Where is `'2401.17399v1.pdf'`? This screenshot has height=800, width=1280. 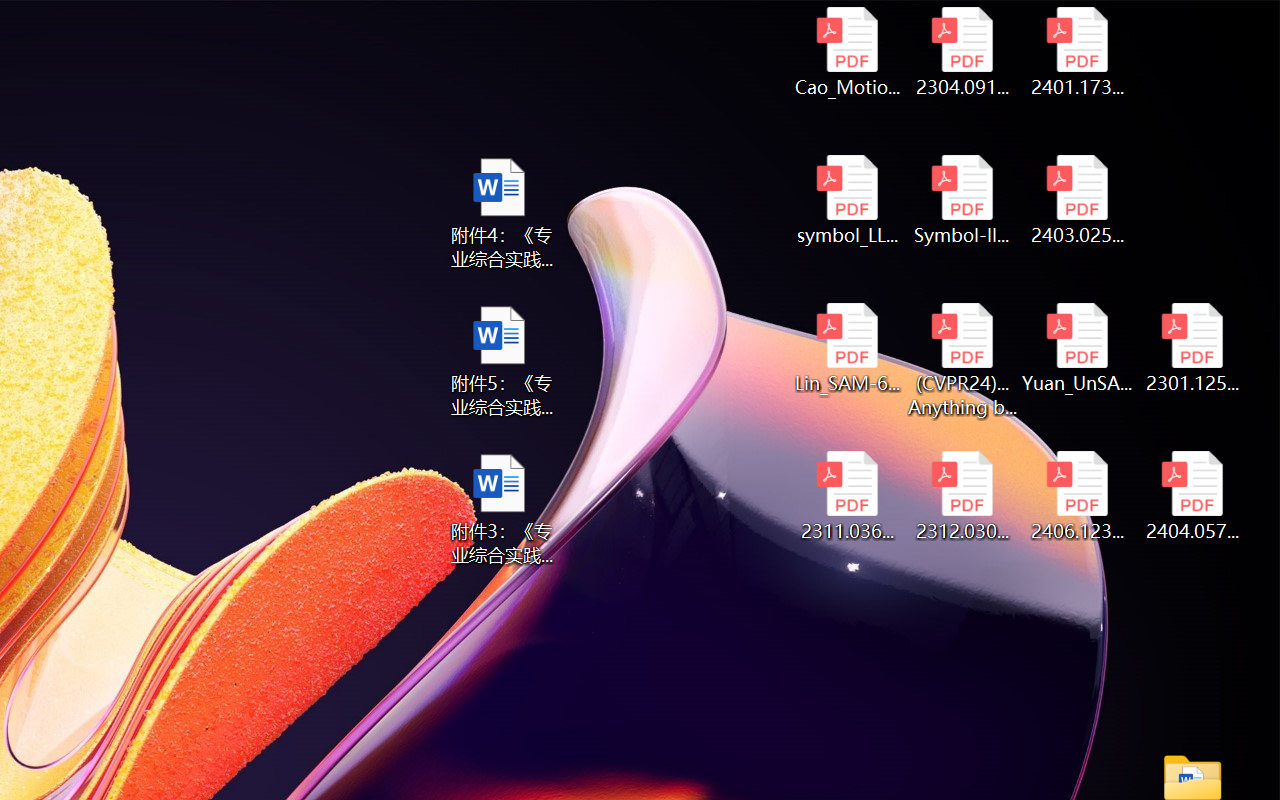 '2401.17399v1.pdf' is located at coordinates (1076, 51).